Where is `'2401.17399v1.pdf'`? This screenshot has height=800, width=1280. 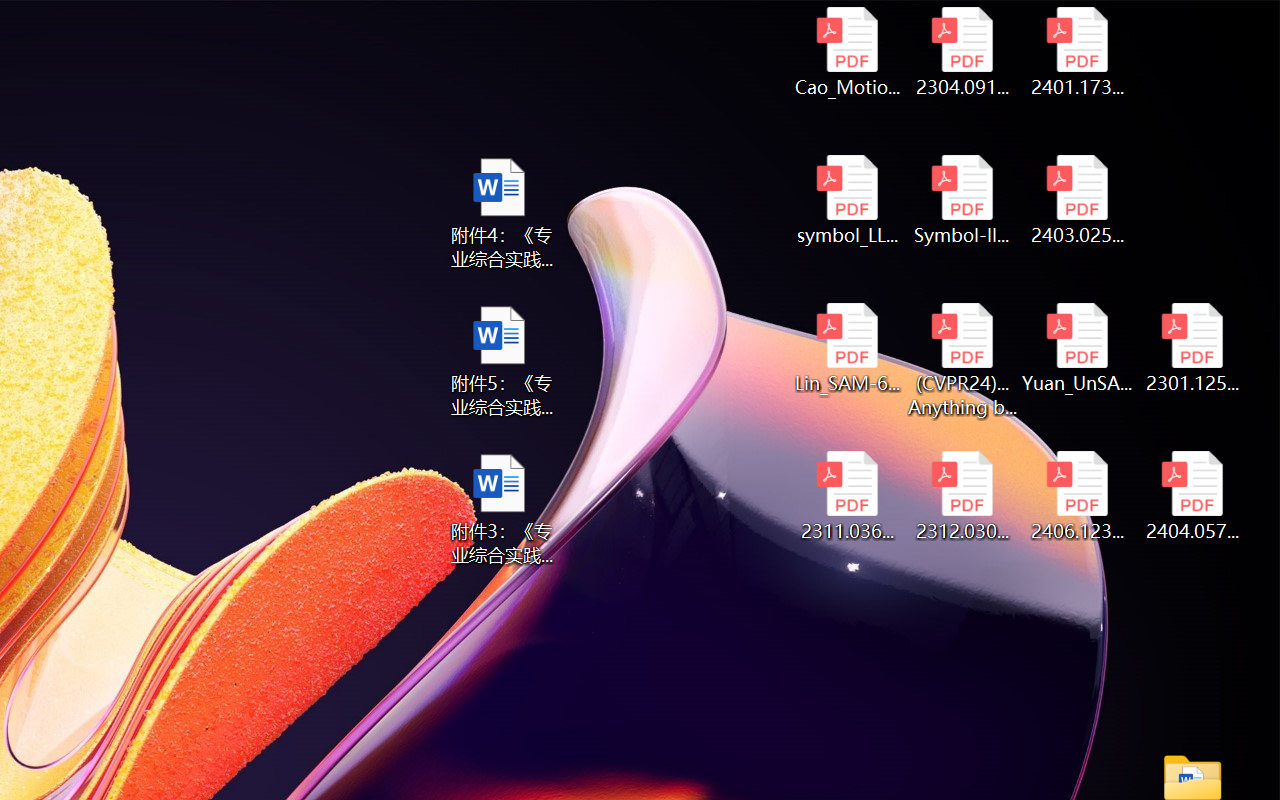 '2401.17399v1.pdf' is located at coordinates (1076, 51).